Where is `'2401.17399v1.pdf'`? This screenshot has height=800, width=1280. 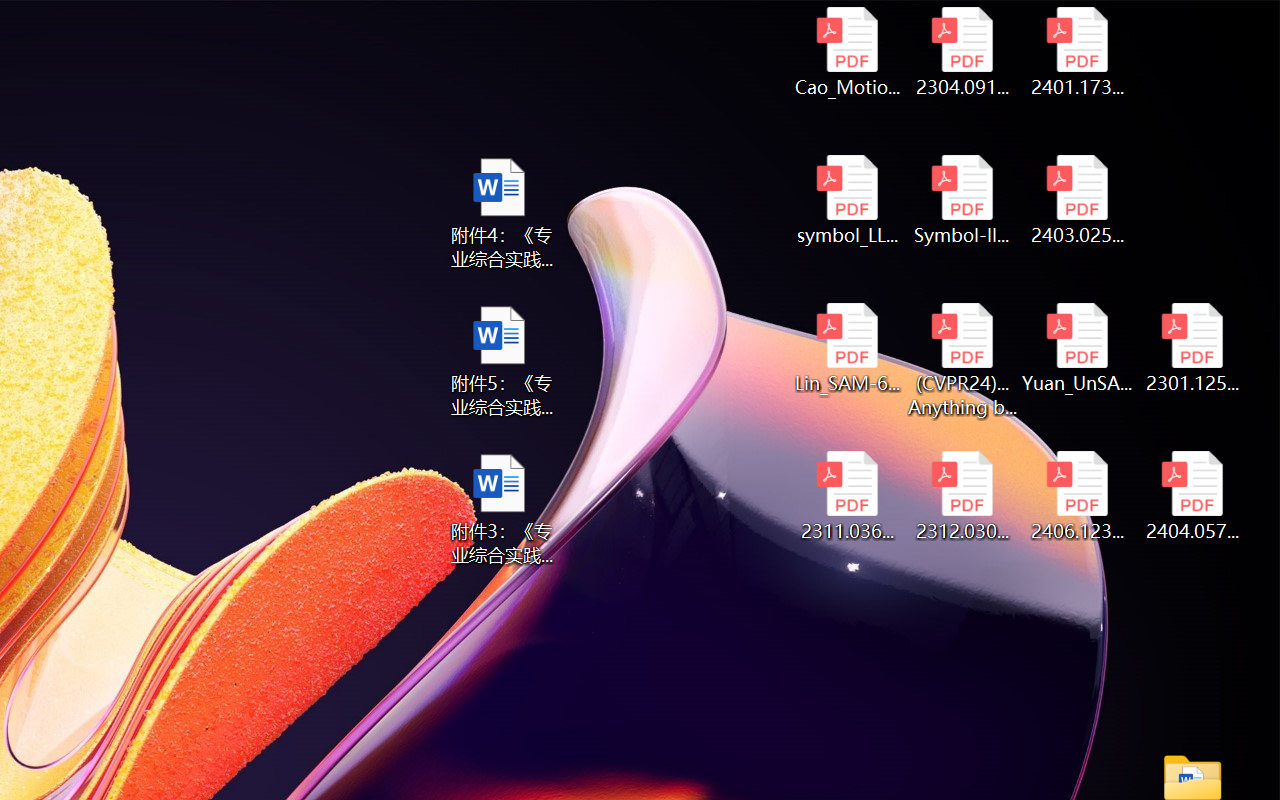 '2401.17399v1.pdf' is located at coordinates (1076, 51).